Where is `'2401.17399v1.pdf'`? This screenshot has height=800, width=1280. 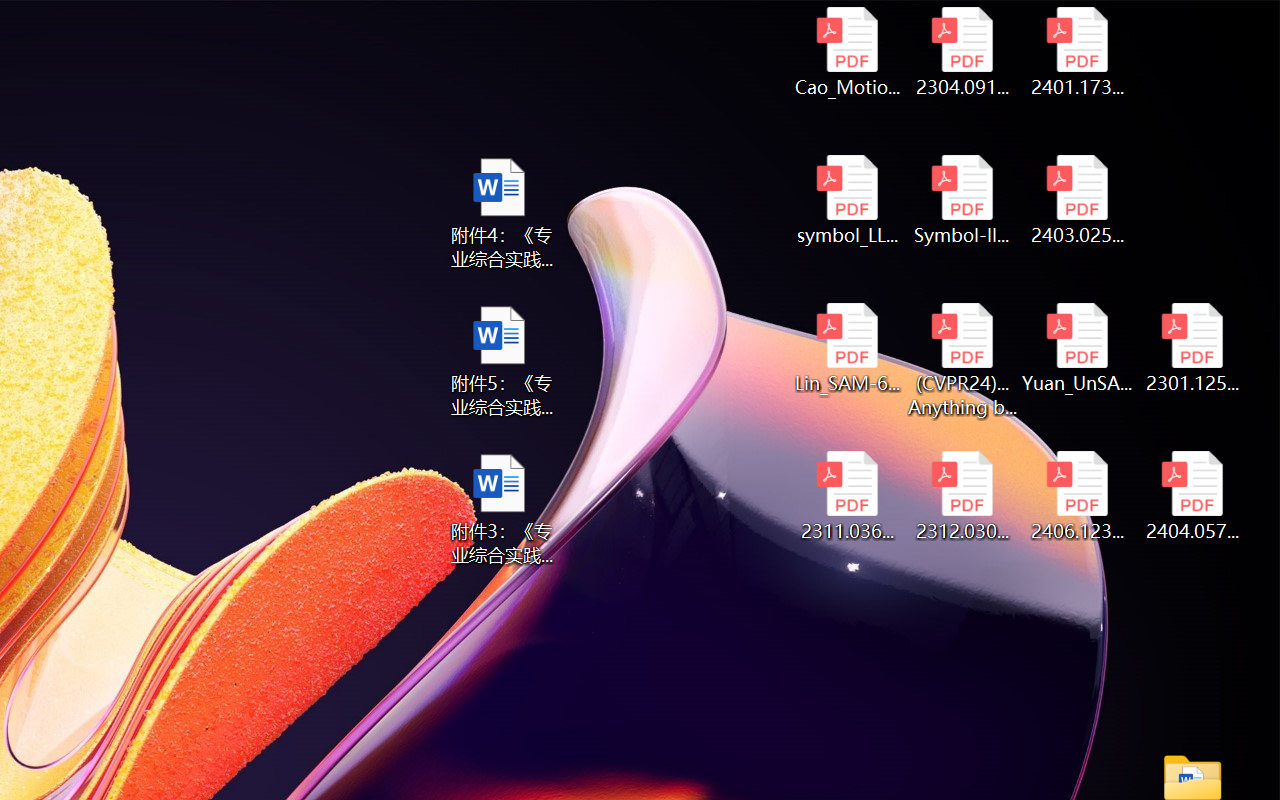 '2401.17399v1.pdf' is located at coordinates (1076, 51).